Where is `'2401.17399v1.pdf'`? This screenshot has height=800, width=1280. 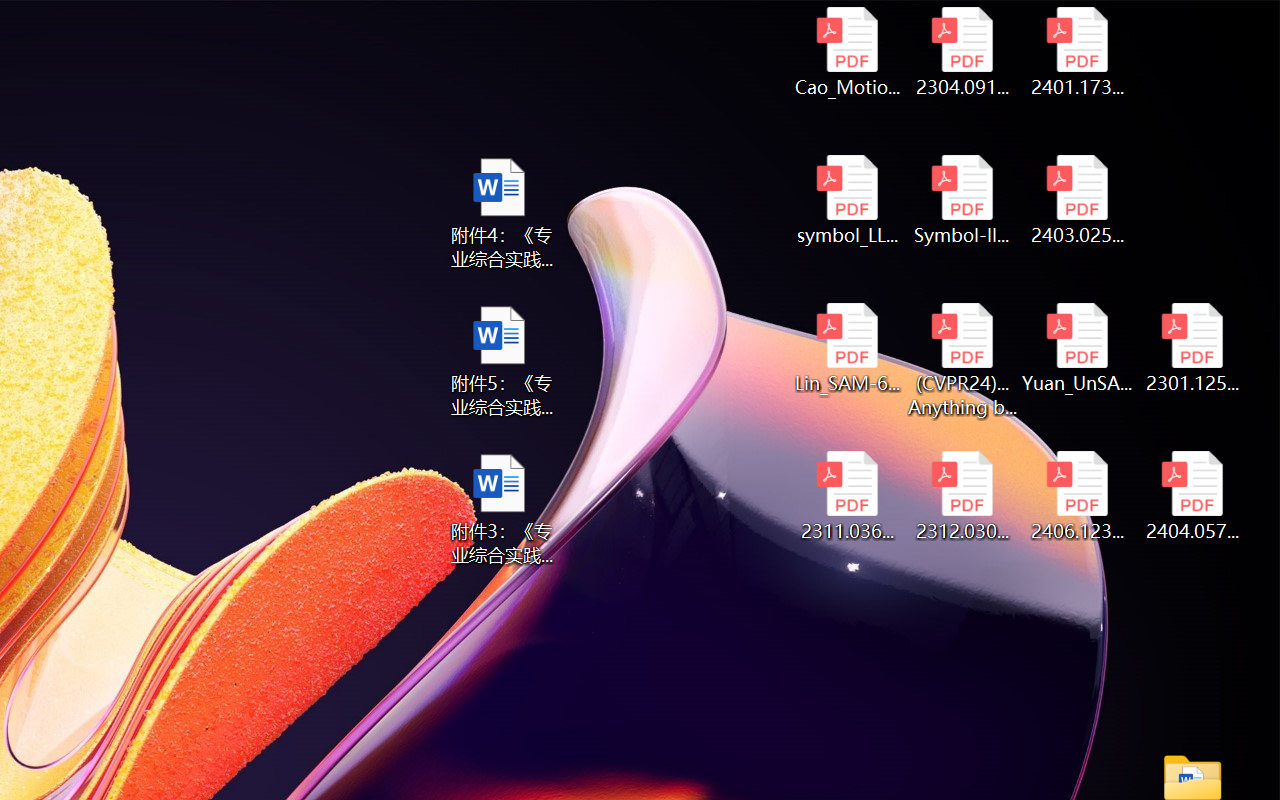 '2401.17399v1.pdf' is located at coordinates (1076, 51).